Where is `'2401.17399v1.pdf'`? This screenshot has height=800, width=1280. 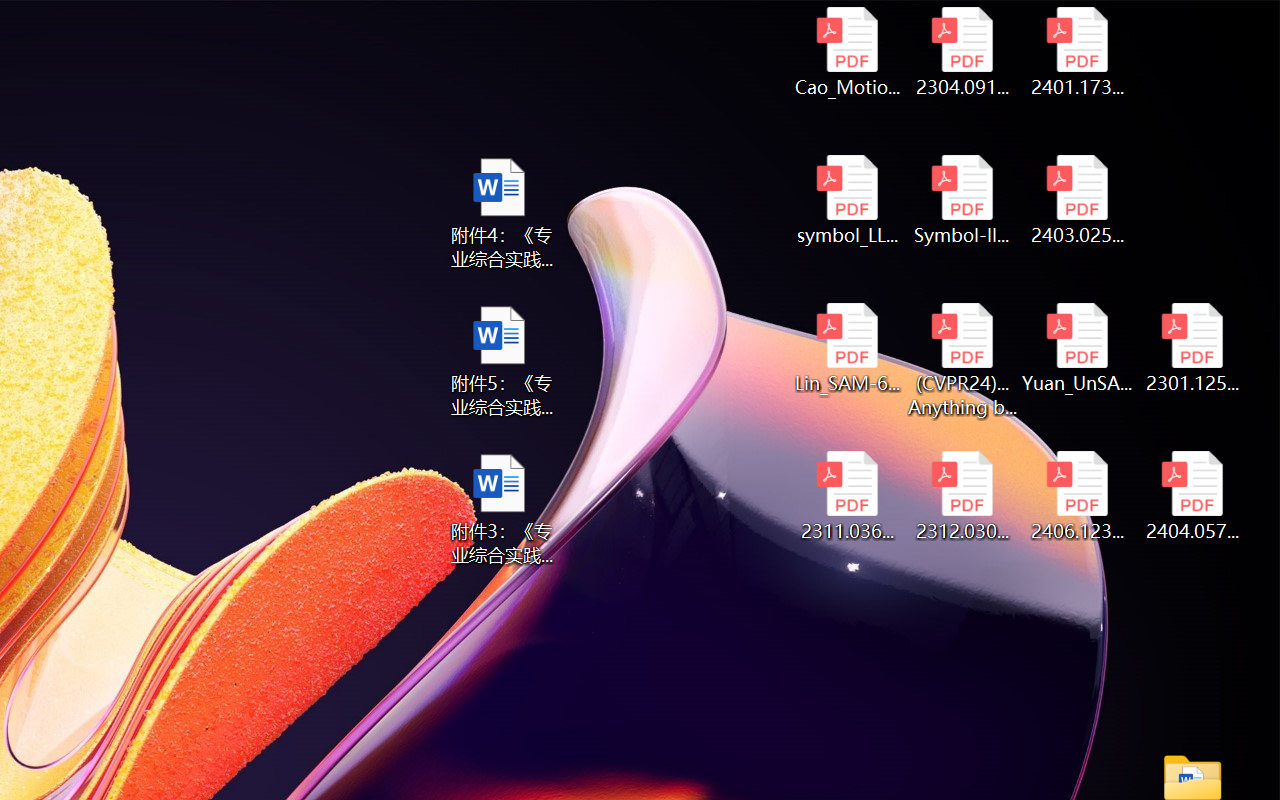 '2401.17399v1.pdf' is located at coordinates (1076, 51).